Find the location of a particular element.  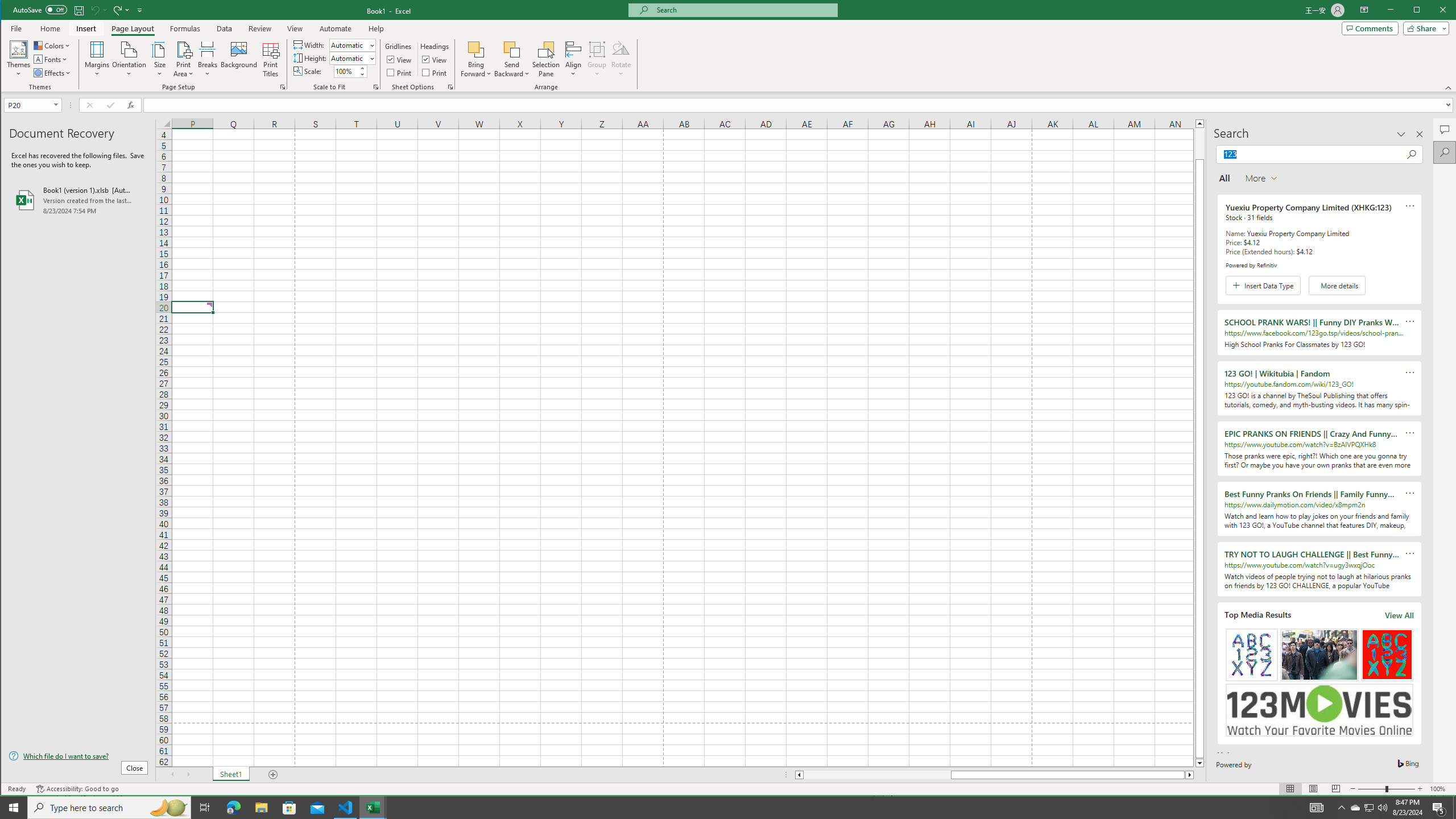

'Type here to search' is located at coordinates (109, 806).